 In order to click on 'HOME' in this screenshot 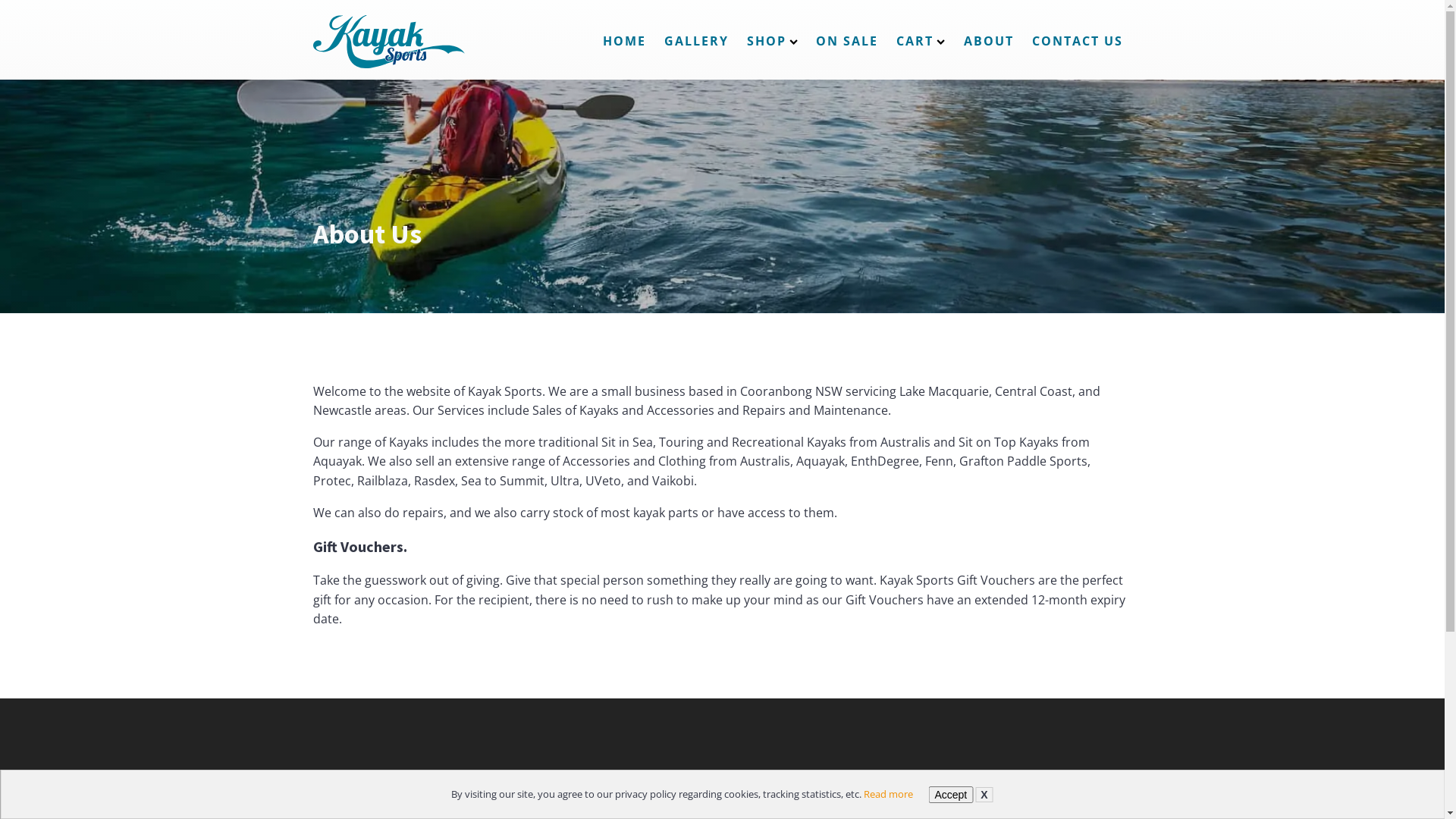, I will do `click(592, 40)`.